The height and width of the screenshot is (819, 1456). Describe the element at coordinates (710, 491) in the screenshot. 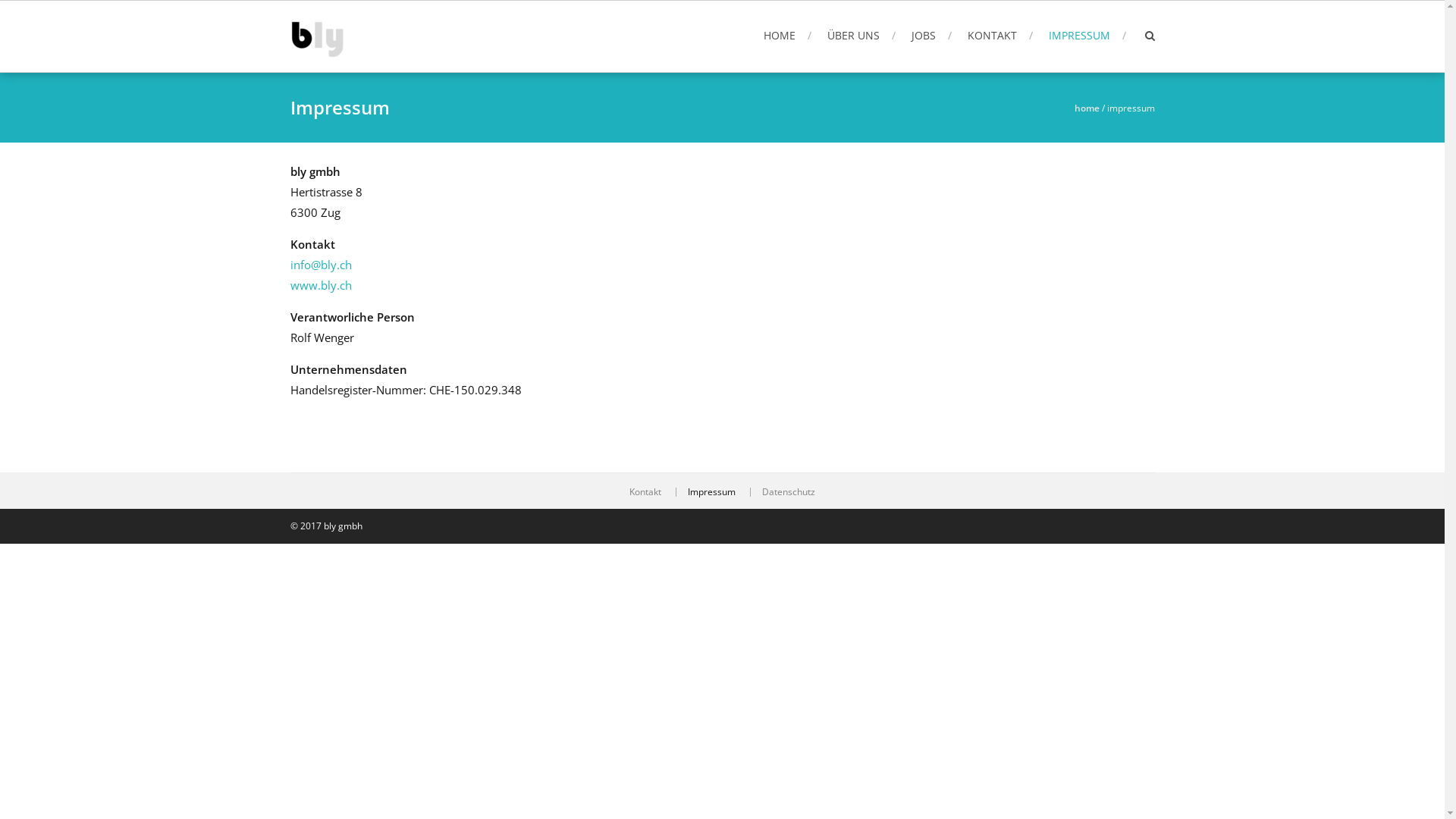

I see `'Impressum'` at that location.